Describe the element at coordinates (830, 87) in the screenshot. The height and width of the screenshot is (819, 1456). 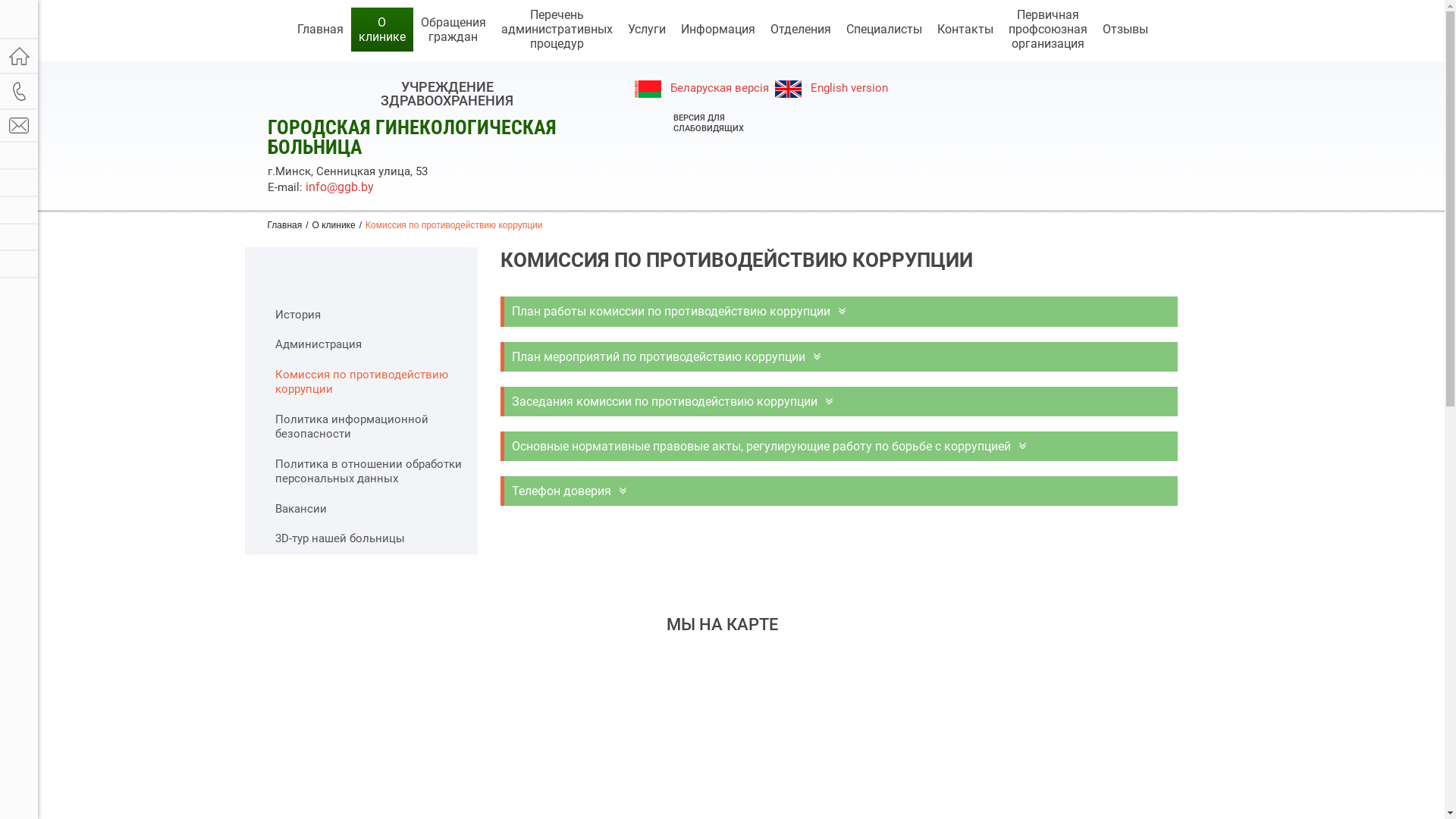
I see `'   English version'` at that location.